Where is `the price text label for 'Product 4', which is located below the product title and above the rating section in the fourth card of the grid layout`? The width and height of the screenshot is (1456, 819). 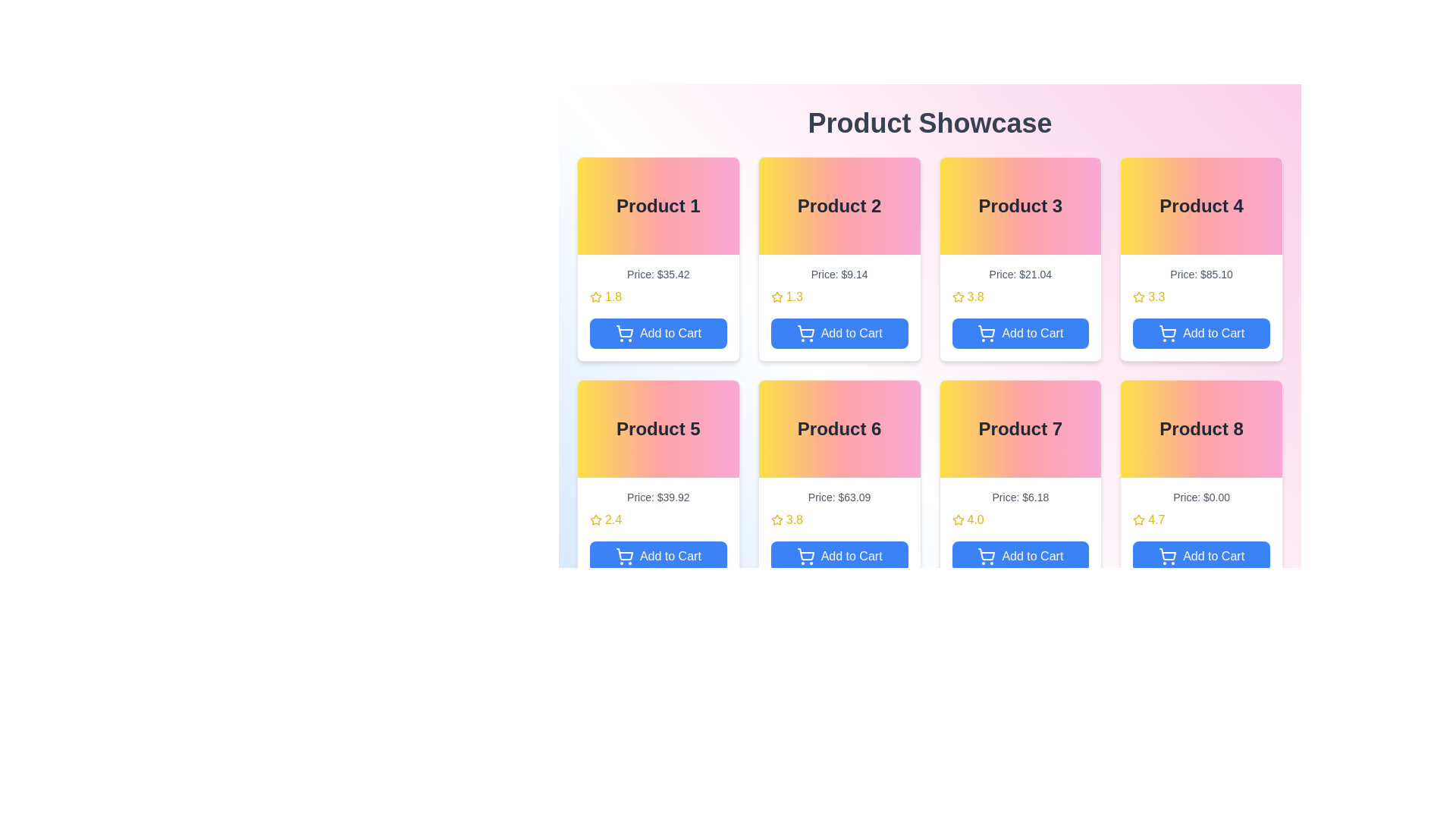
the price text label for 'Product 4', which is located below the product title and above the rating section in the fourth card of the grid layout is located at coordinates (1200, 275).